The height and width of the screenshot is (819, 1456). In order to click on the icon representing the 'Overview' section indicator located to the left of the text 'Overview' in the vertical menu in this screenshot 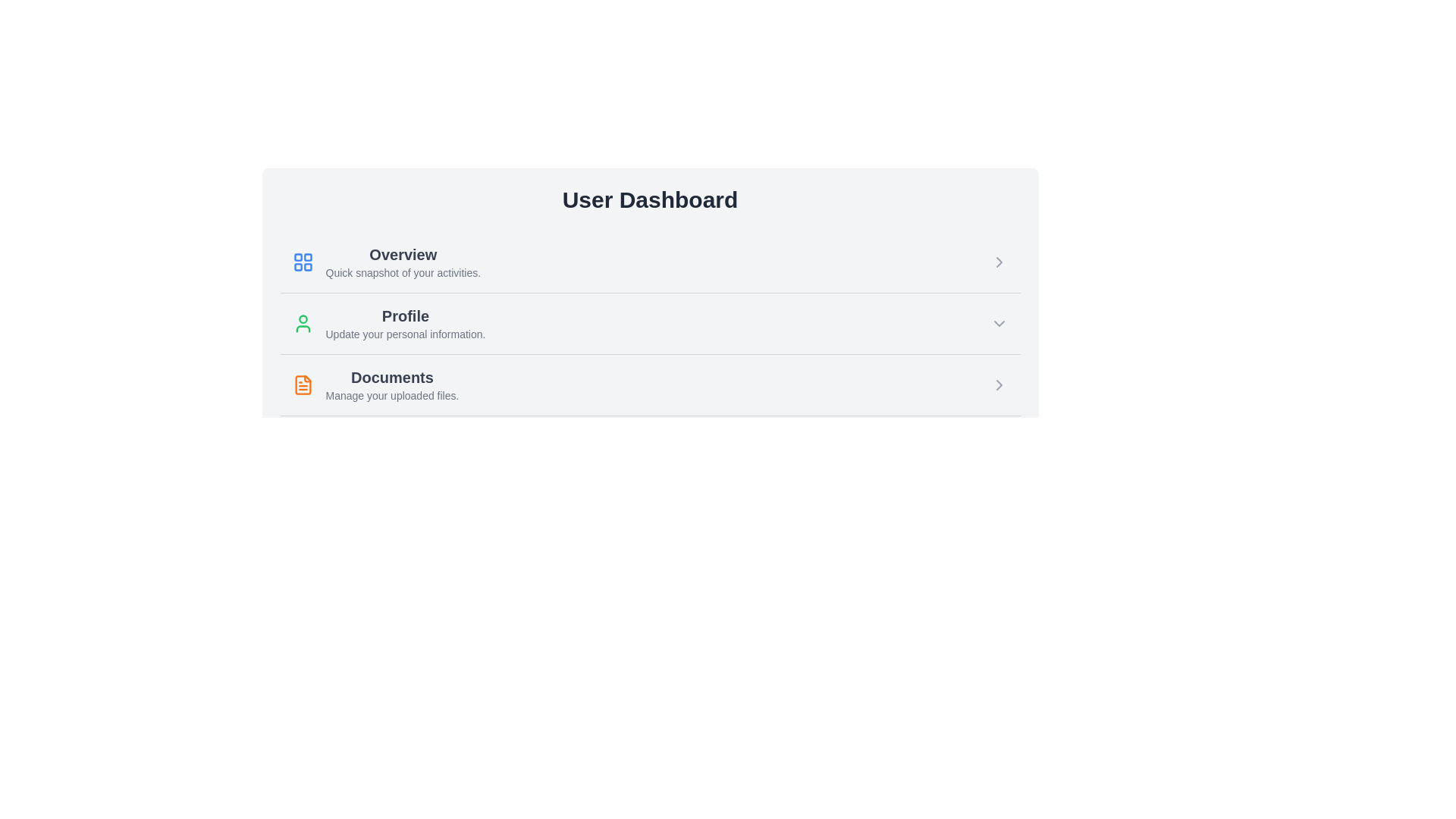, I will do `click(303, 262)`.